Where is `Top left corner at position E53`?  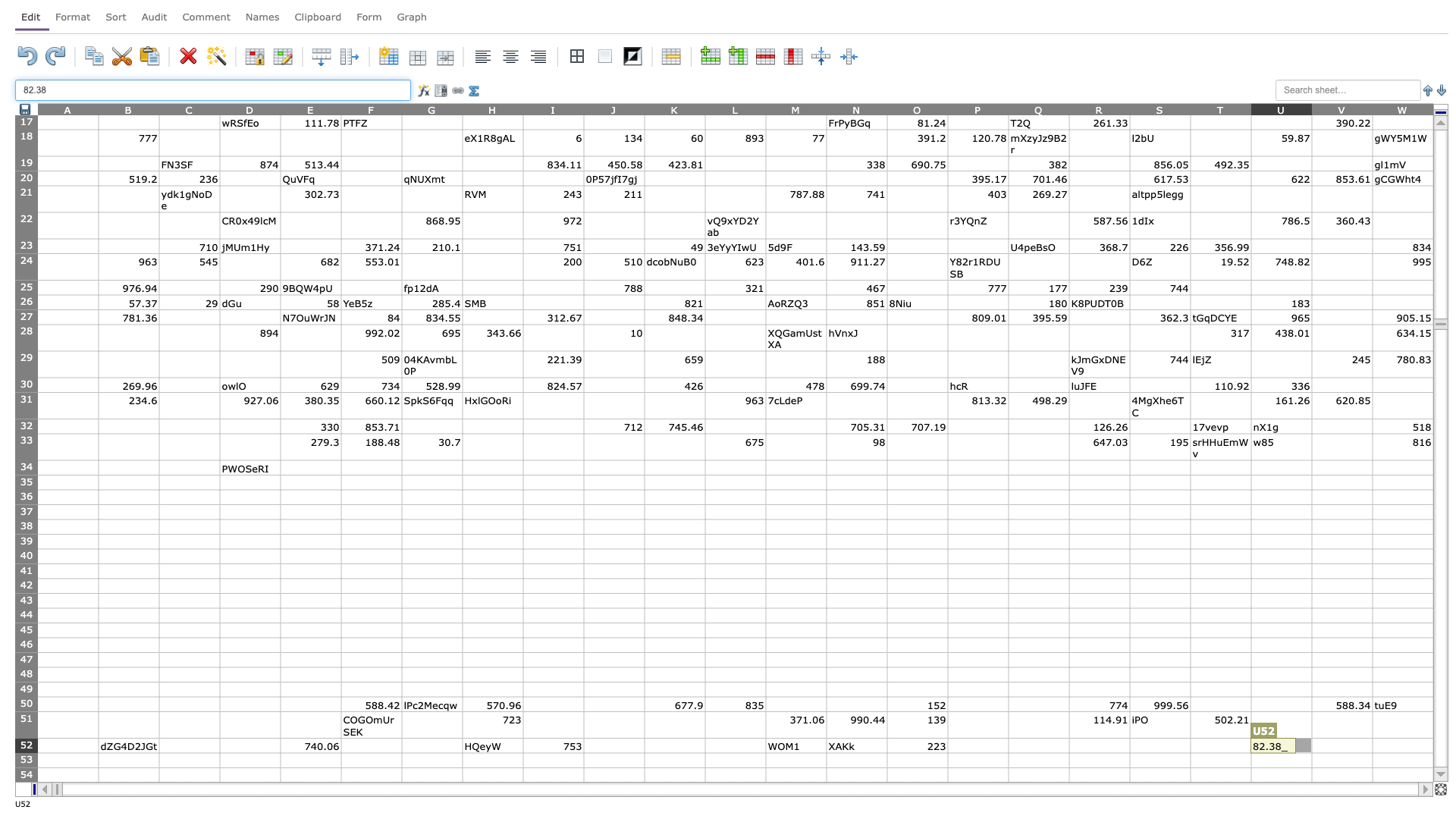
Top left corner at position E53 is located at coordinates (280, 752).